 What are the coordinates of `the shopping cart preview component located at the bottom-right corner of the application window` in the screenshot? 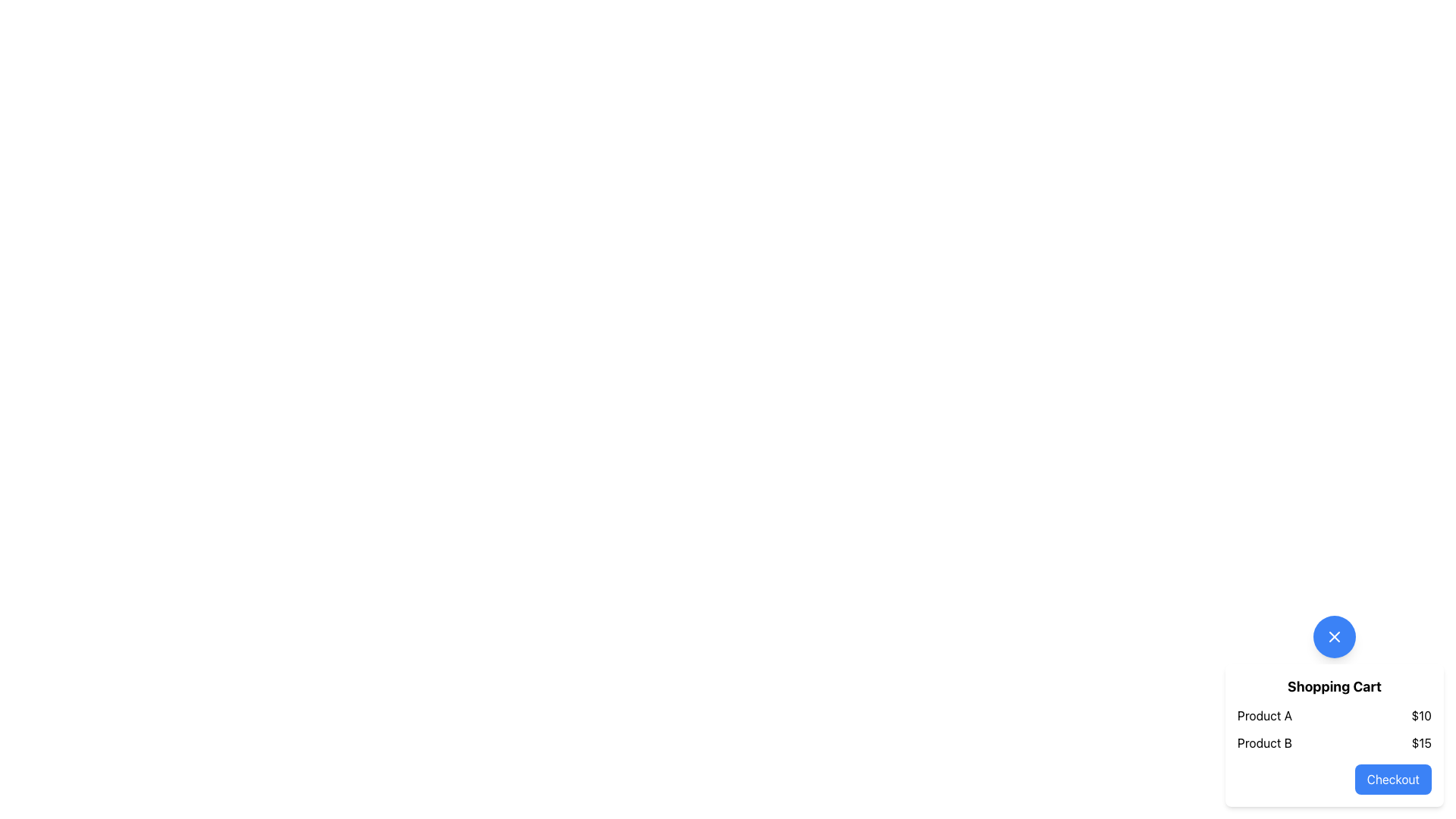 It's located at (1335, 711).